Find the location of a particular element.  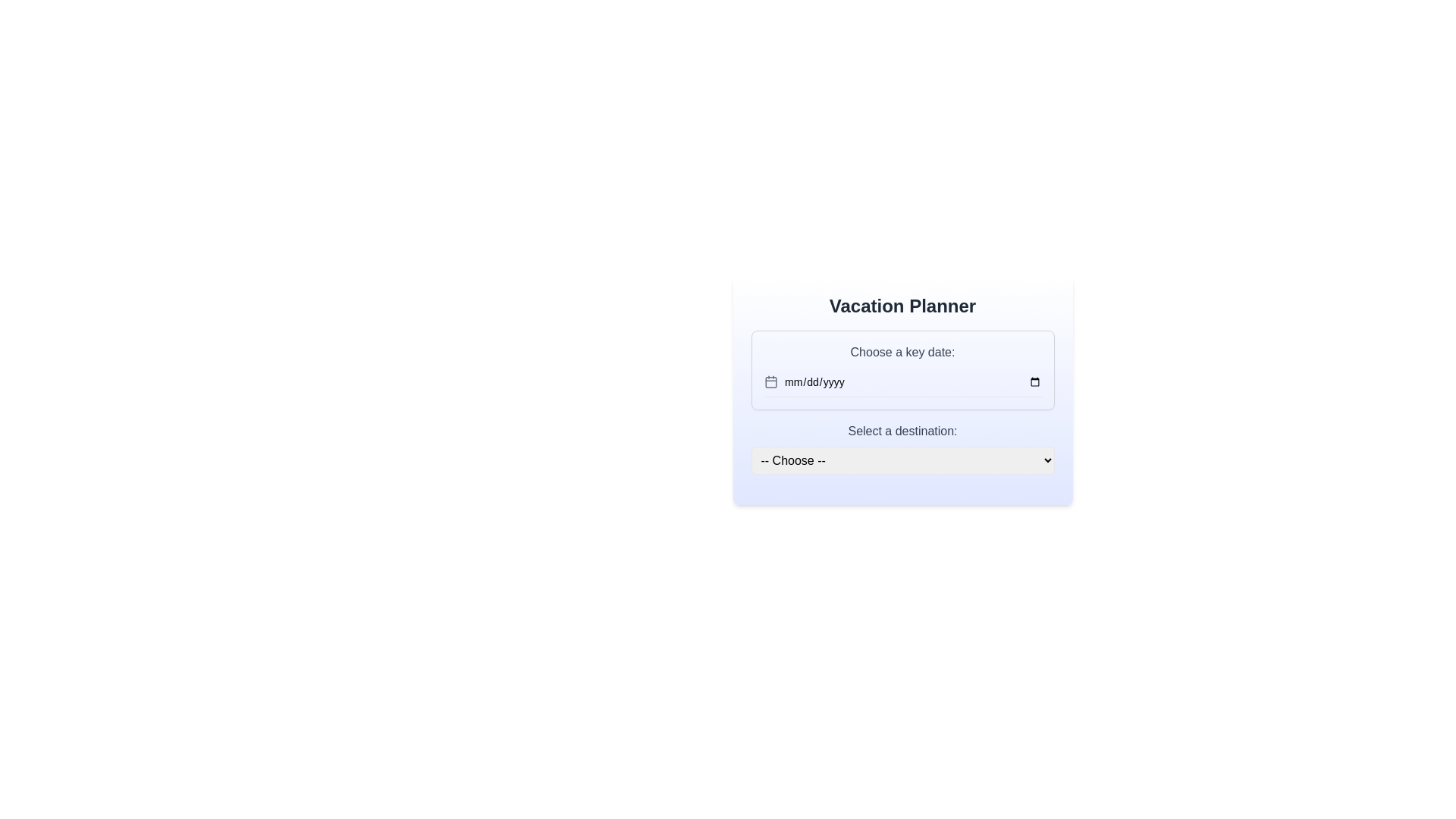

an option from the dropdown menu labeled 'Select a destination:' in the 'Vacation Planner' interface is located at coordinates (902, 447).